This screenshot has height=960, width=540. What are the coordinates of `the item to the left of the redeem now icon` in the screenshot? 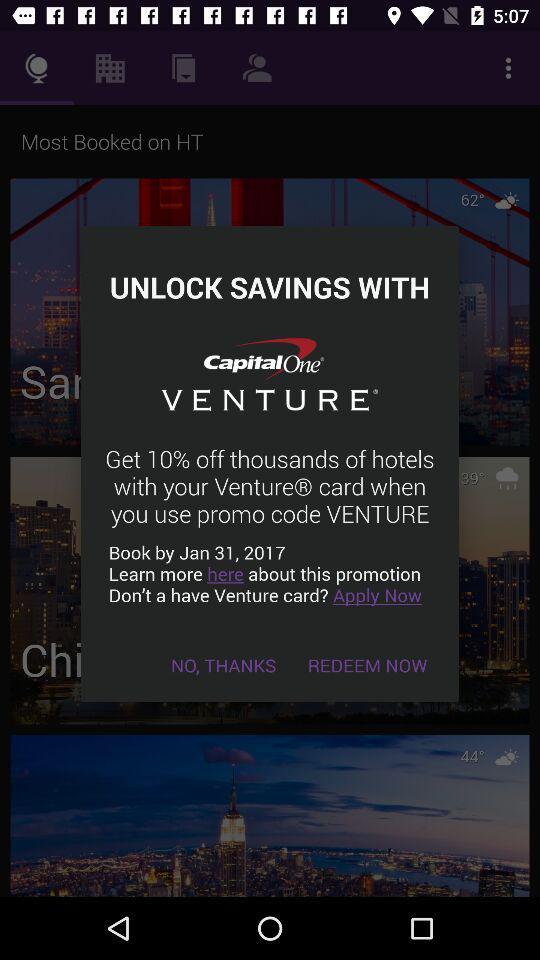 It's located at (222, 665).